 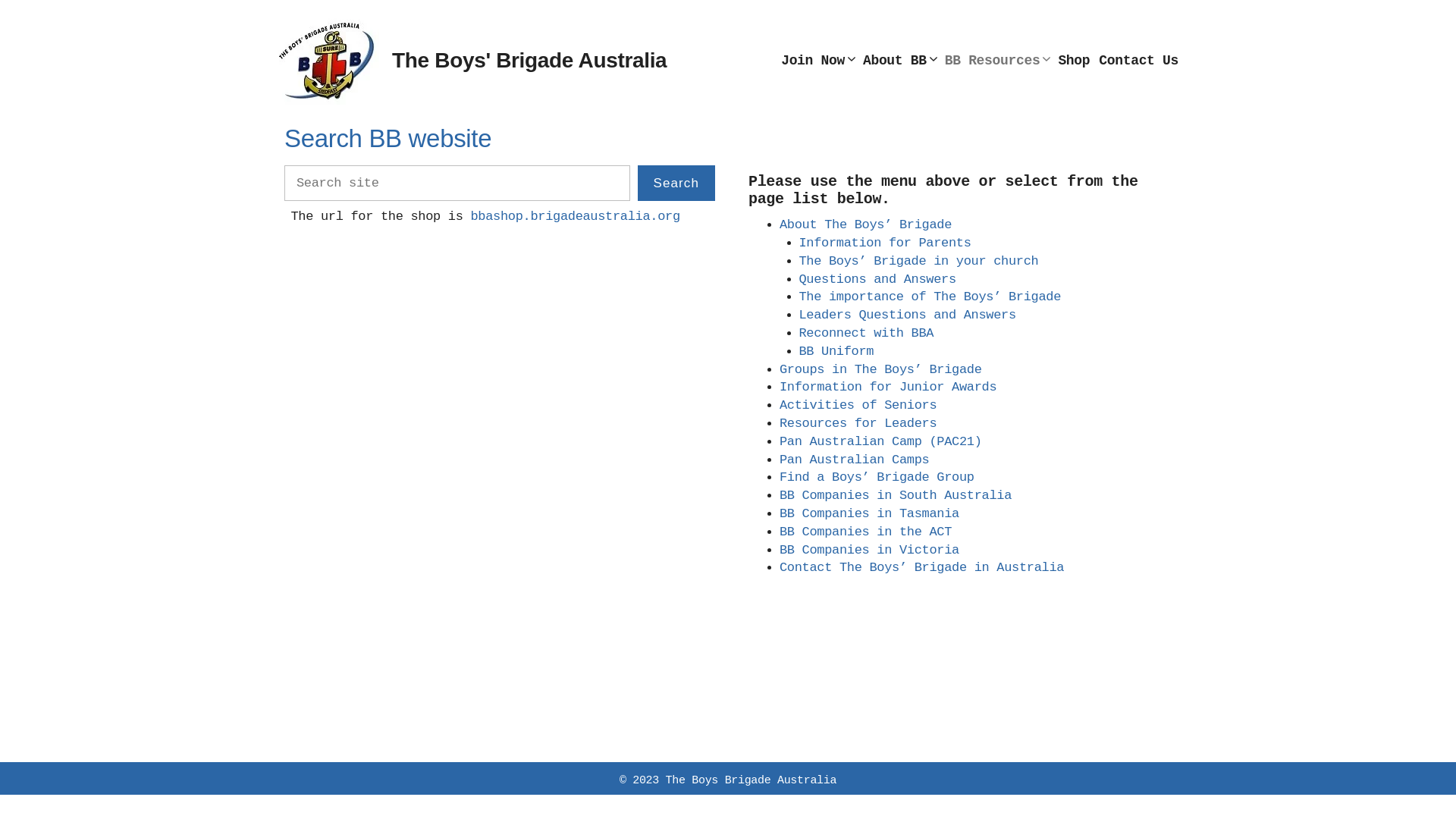 What do you see at coordinates (865, 531) in the screenshot?
I see `'BB Companies in the ACT'` at bounding box center [865, 531].